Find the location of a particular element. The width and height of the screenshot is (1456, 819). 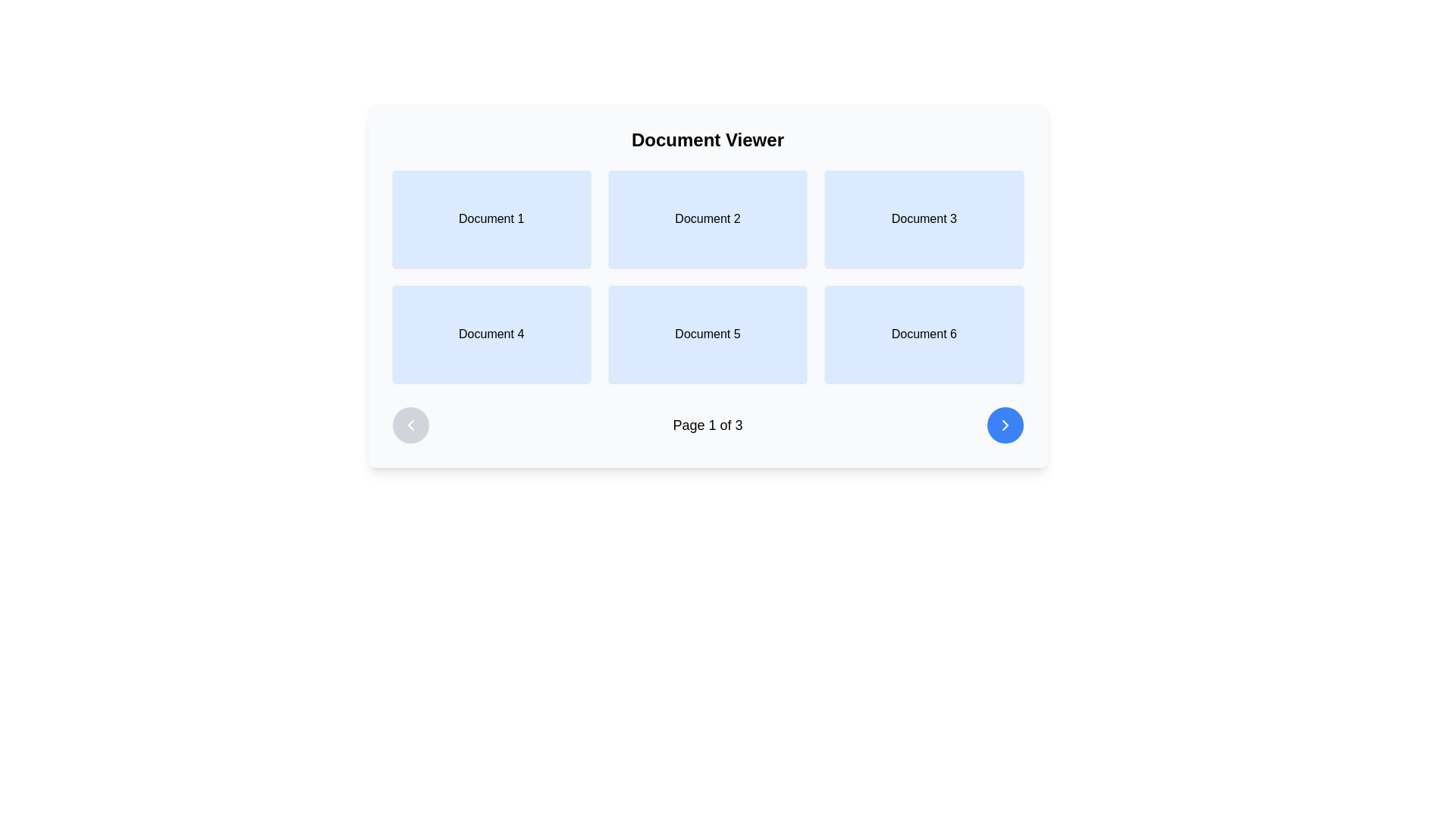

the Text Header element, which serves as the title for the panel indicating the purpose or context of the layout is located at coordinates (707, 140).